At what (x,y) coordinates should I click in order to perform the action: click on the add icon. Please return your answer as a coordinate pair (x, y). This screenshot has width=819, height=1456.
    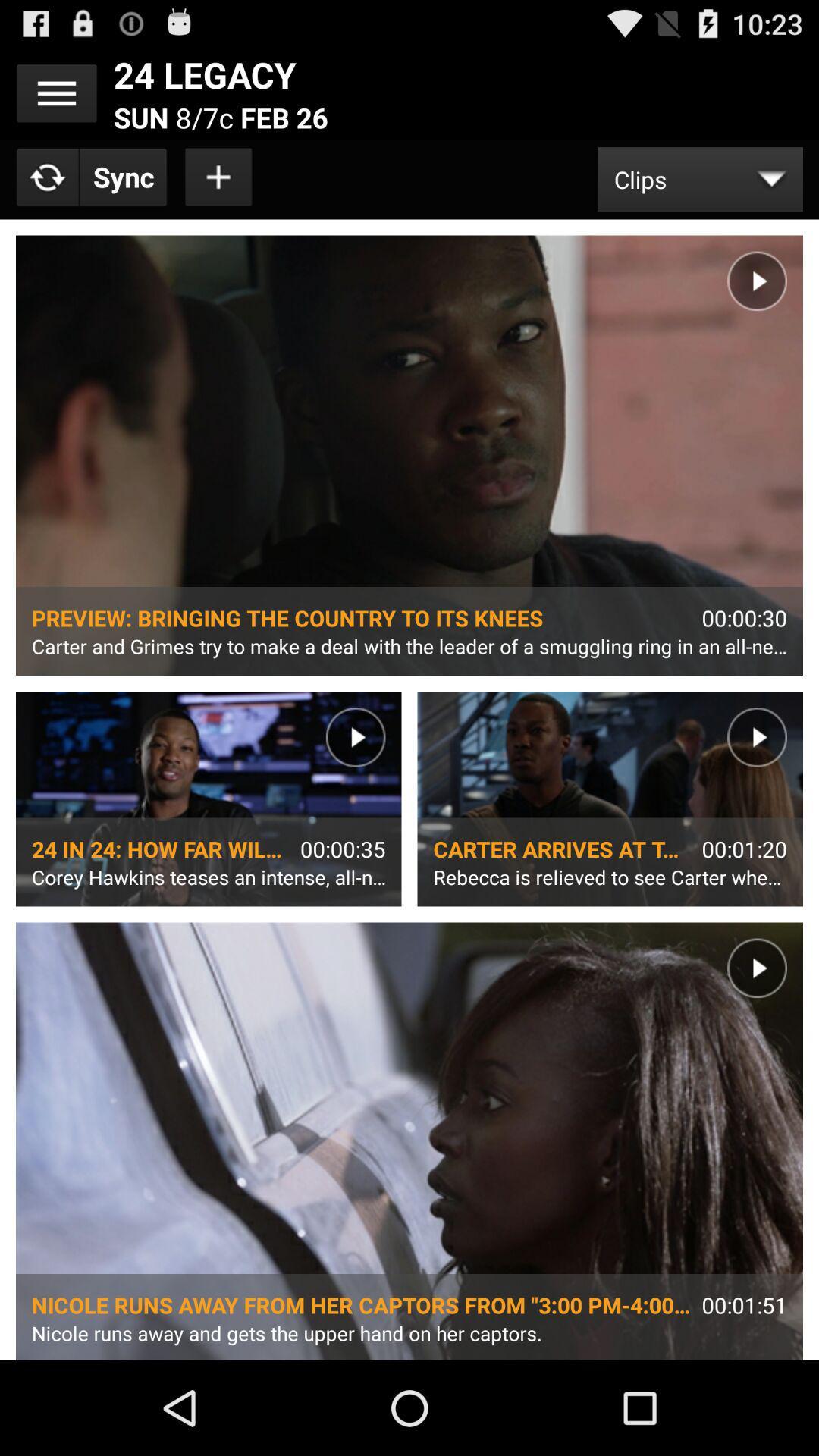
    Looking at the image, I should click on (219, 188).